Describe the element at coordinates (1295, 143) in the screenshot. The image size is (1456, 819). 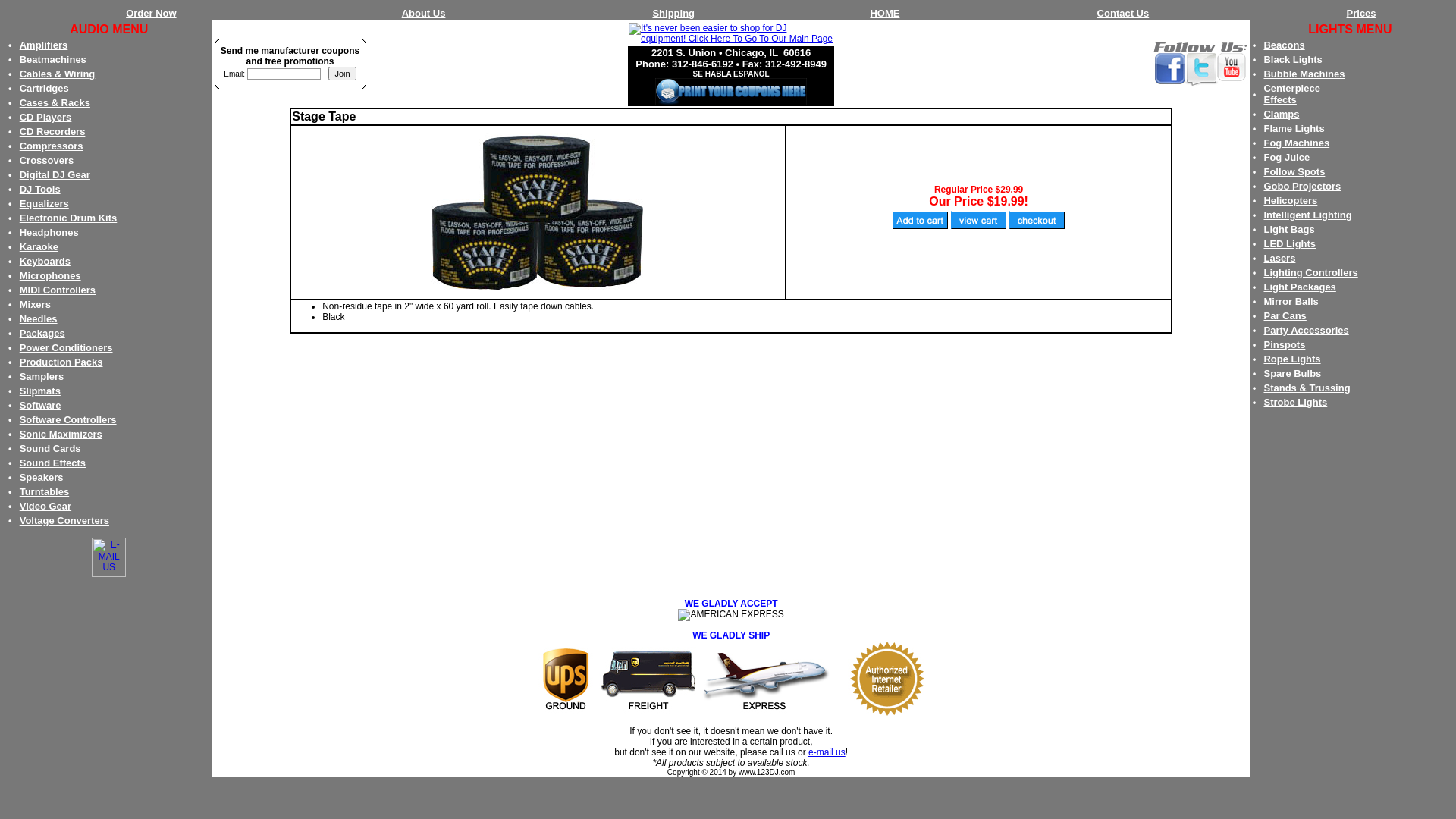
I see `'Fog Machines'` at that location.